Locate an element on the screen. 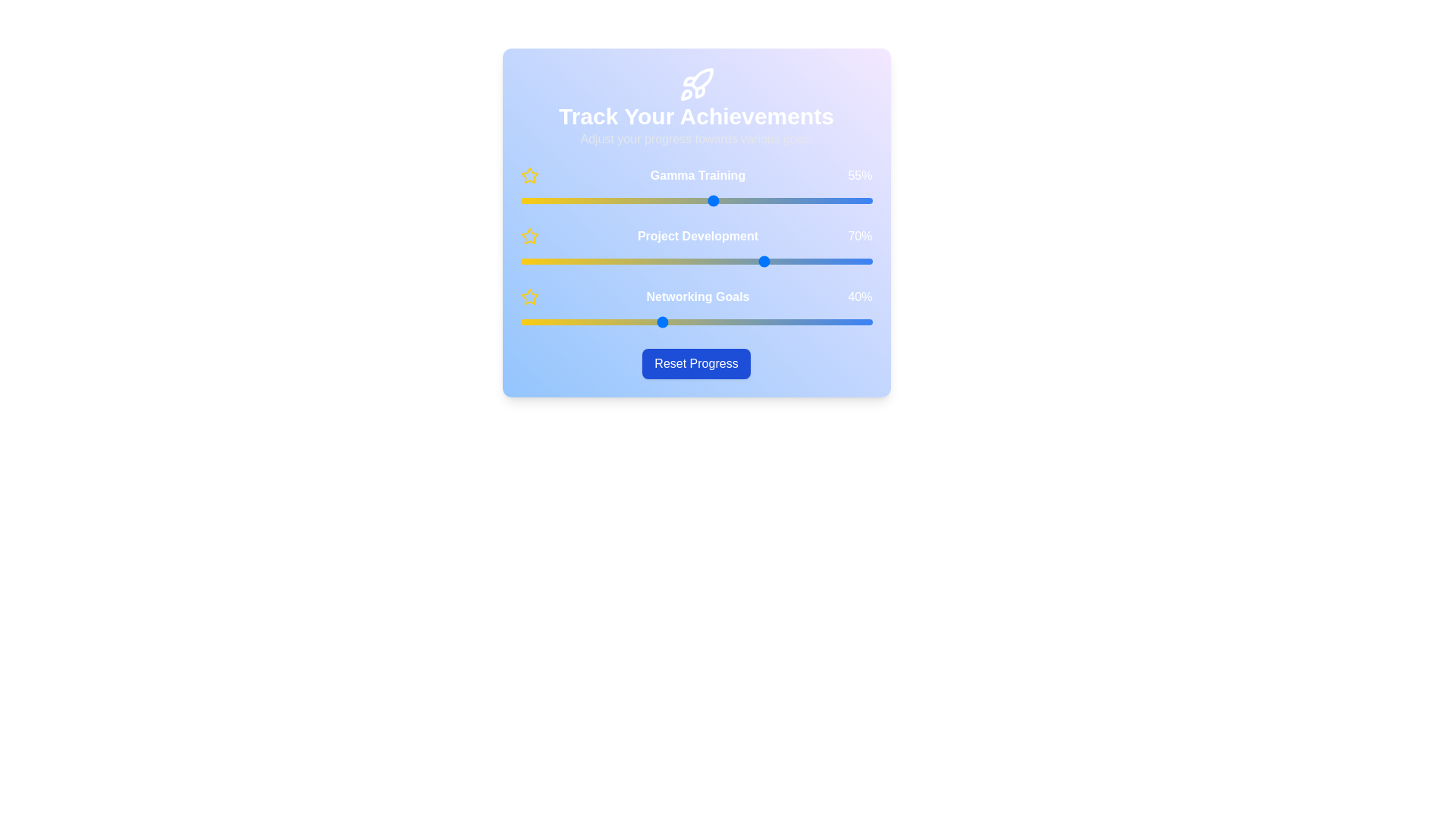  the 'Networking Goals' slider to 68% is located at coordinates (760, 321).